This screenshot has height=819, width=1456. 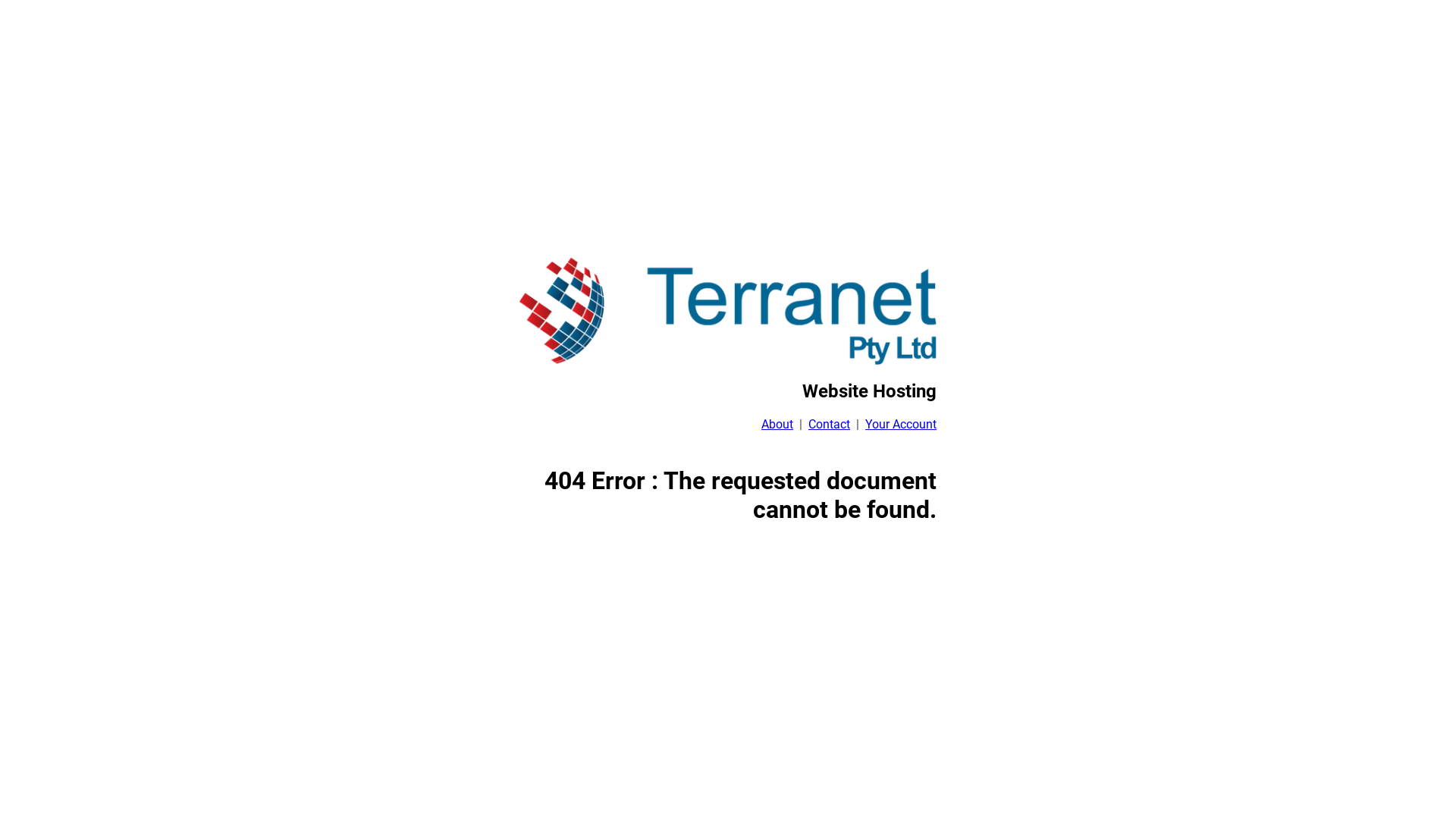 What do you see at coordinates (761, 424) in the screenshot?
I see `'About'` at bounding box center [761, 424].